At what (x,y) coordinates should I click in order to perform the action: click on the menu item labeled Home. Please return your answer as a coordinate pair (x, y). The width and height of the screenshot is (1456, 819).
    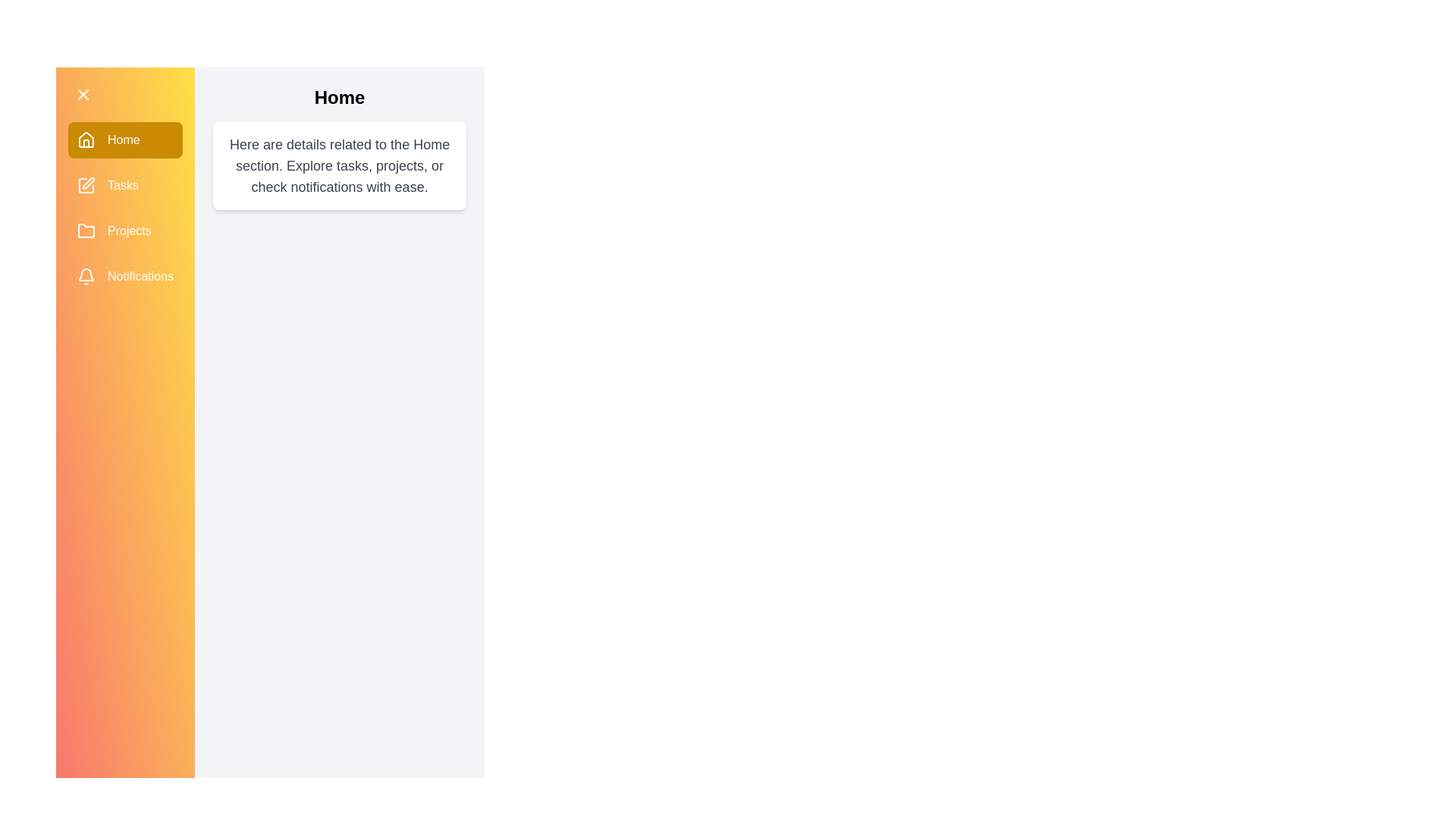
    Looking at the image, I should click on (124, 140).